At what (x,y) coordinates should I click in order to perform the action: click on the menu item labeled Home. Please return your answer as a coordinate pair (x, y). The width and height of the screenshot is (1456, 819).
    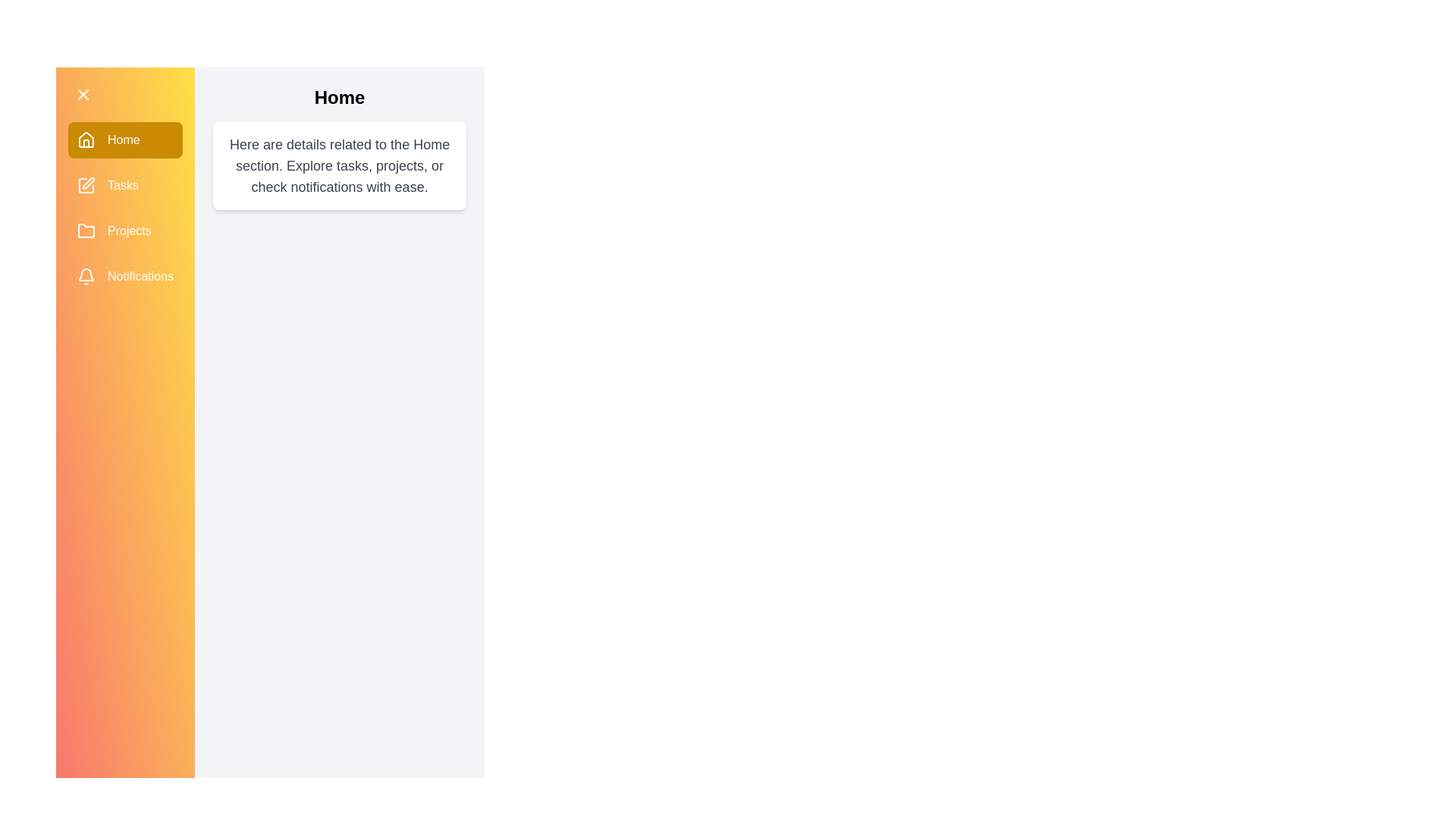
    Looking at the image, I should click on (124, 140).